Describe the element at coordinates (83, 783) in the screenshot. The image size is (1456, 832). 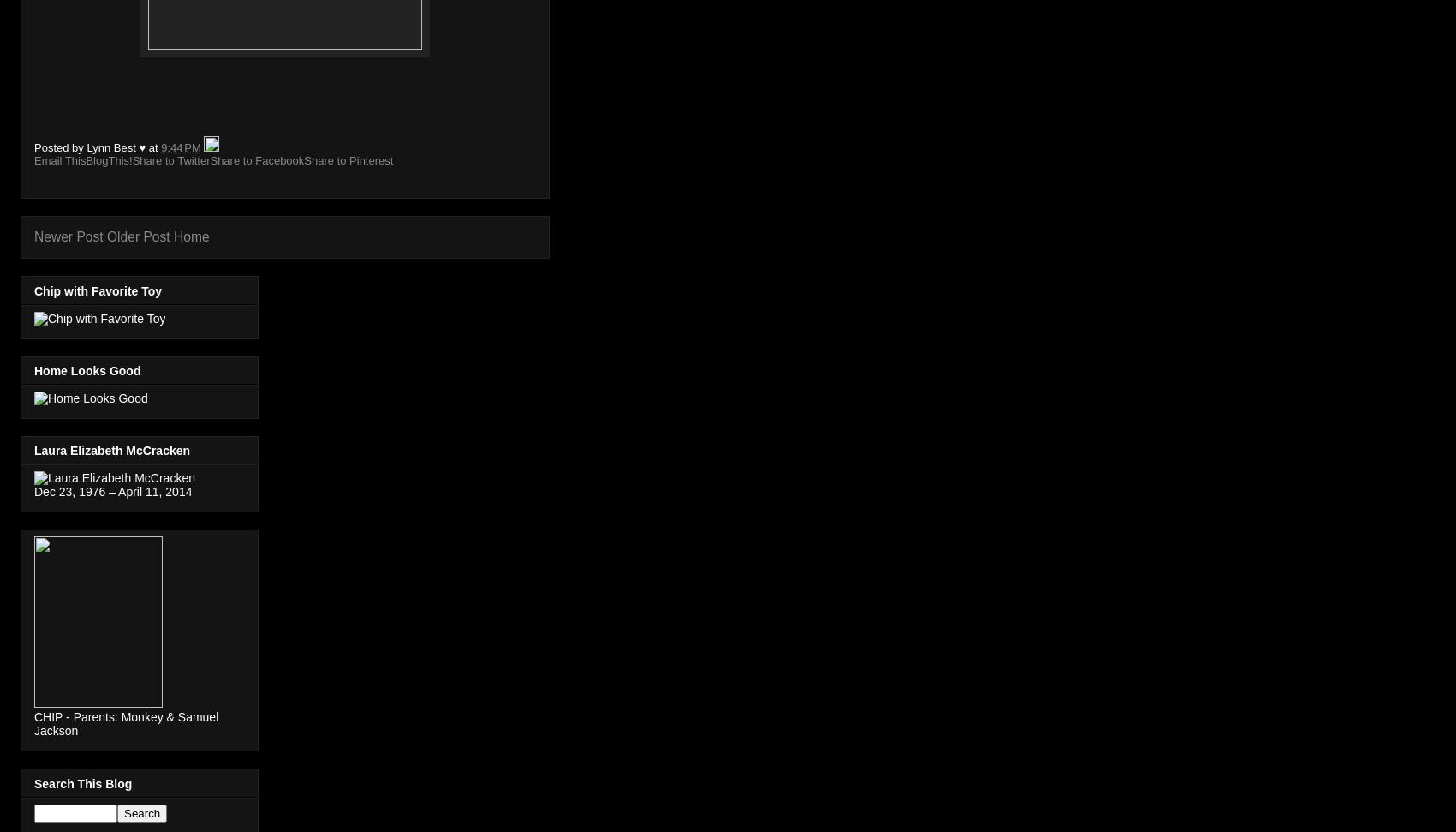
I see `'Search This Blog'` at that location.